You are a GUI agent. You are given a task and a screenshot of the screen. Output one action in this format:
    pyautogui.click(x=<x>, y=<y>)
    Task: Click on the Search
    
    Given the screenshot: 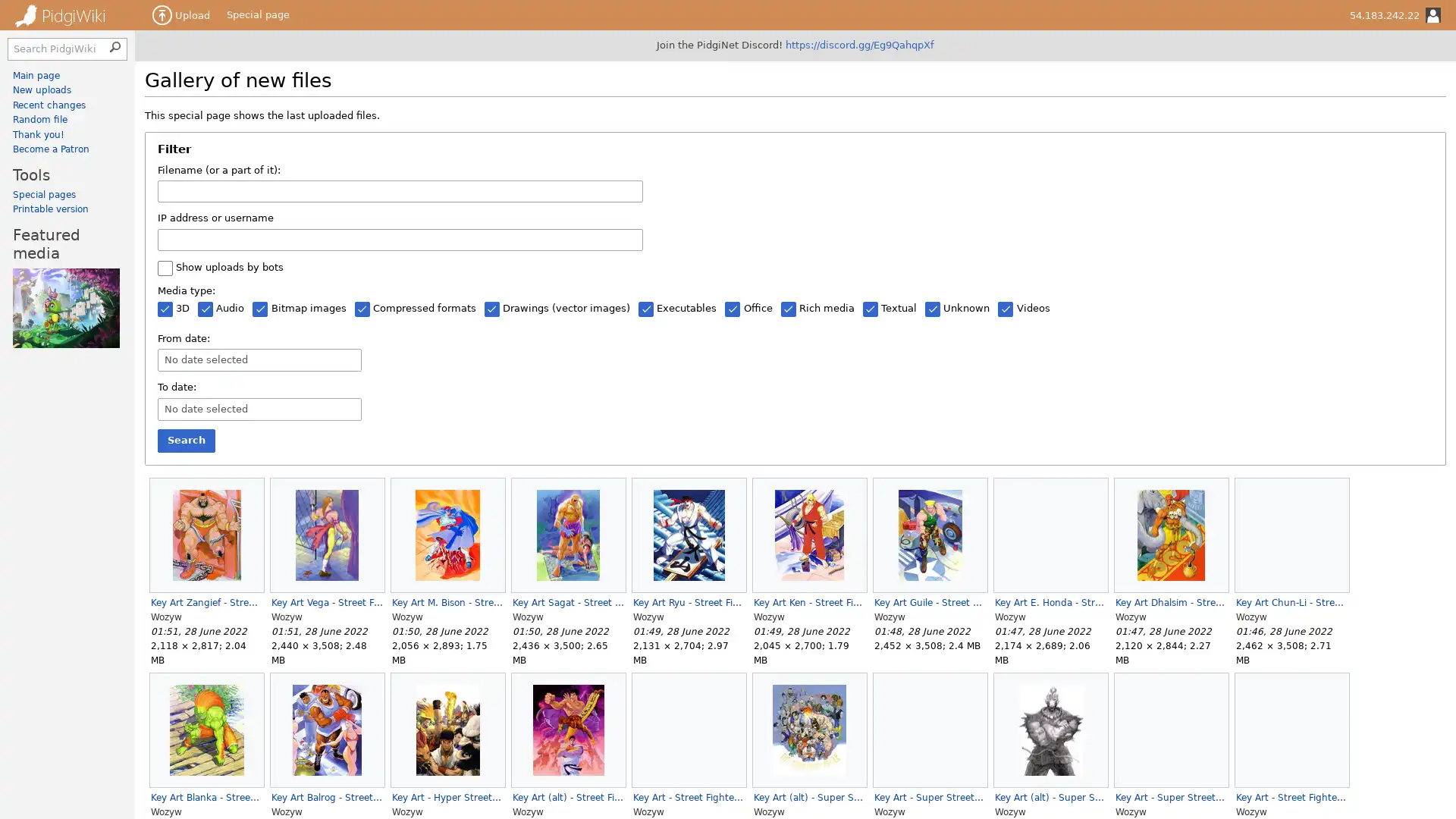 What is the action you would take?
    pyautogui.click(x=184, y=441)
    